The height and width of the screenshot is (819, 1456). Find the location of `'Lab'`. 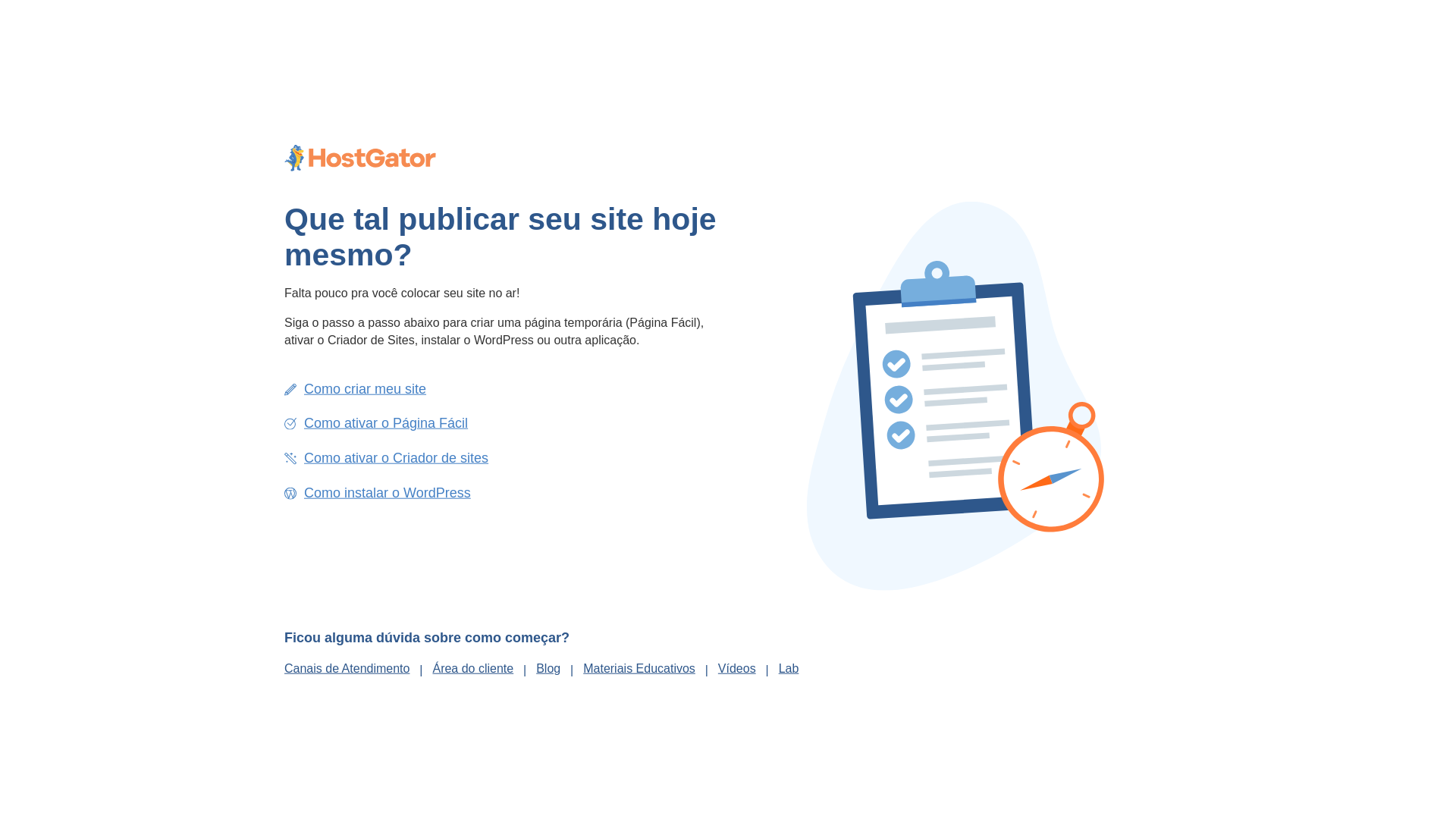

'Lab' is located at coordinates (789, 667).